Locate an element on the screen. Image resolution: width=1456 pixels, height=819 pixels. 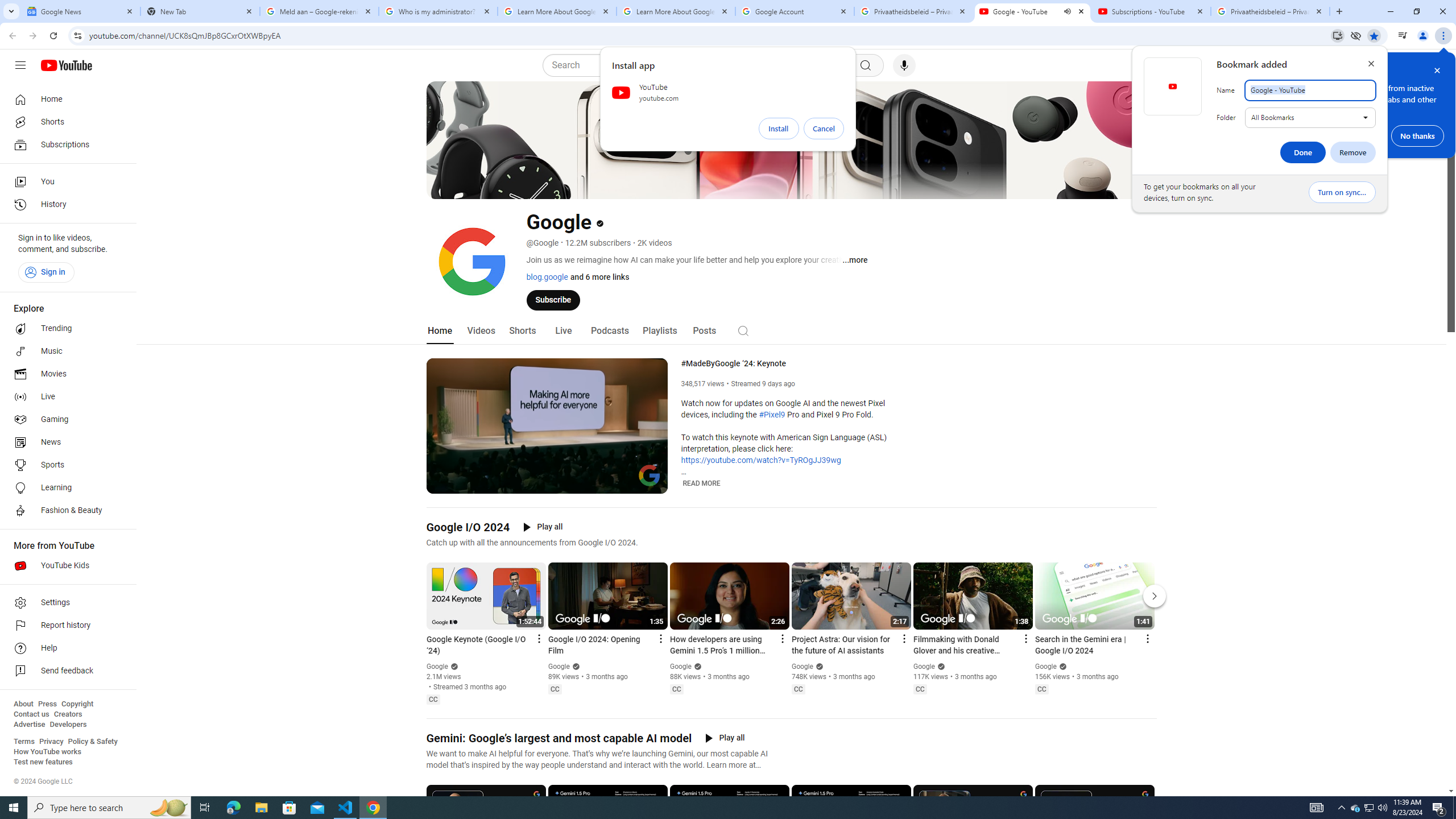
'Copyright' is located at coordinates (76, 704).